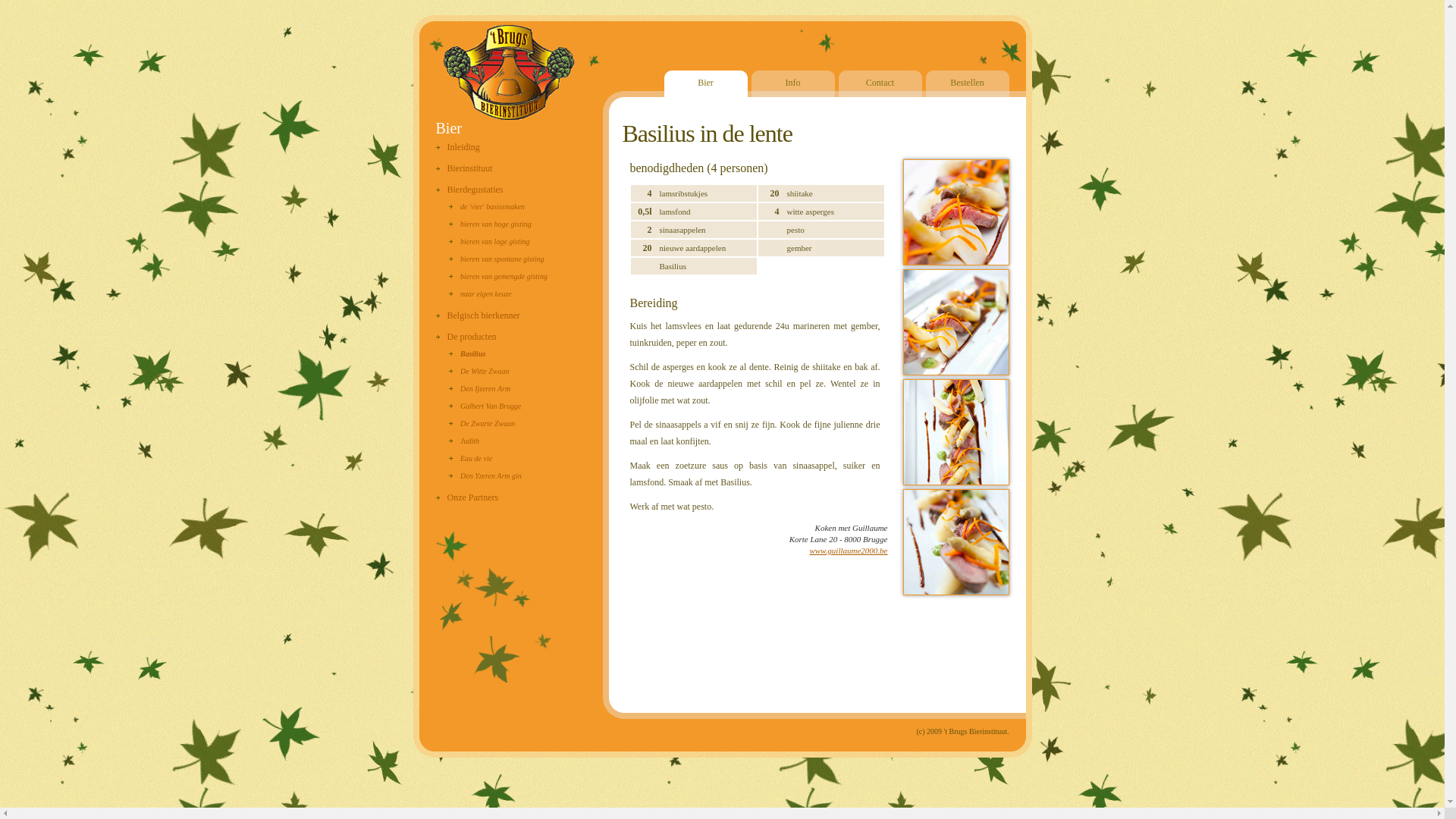  I want to click on 'bieren van spontane gisting', so click(496, 258).